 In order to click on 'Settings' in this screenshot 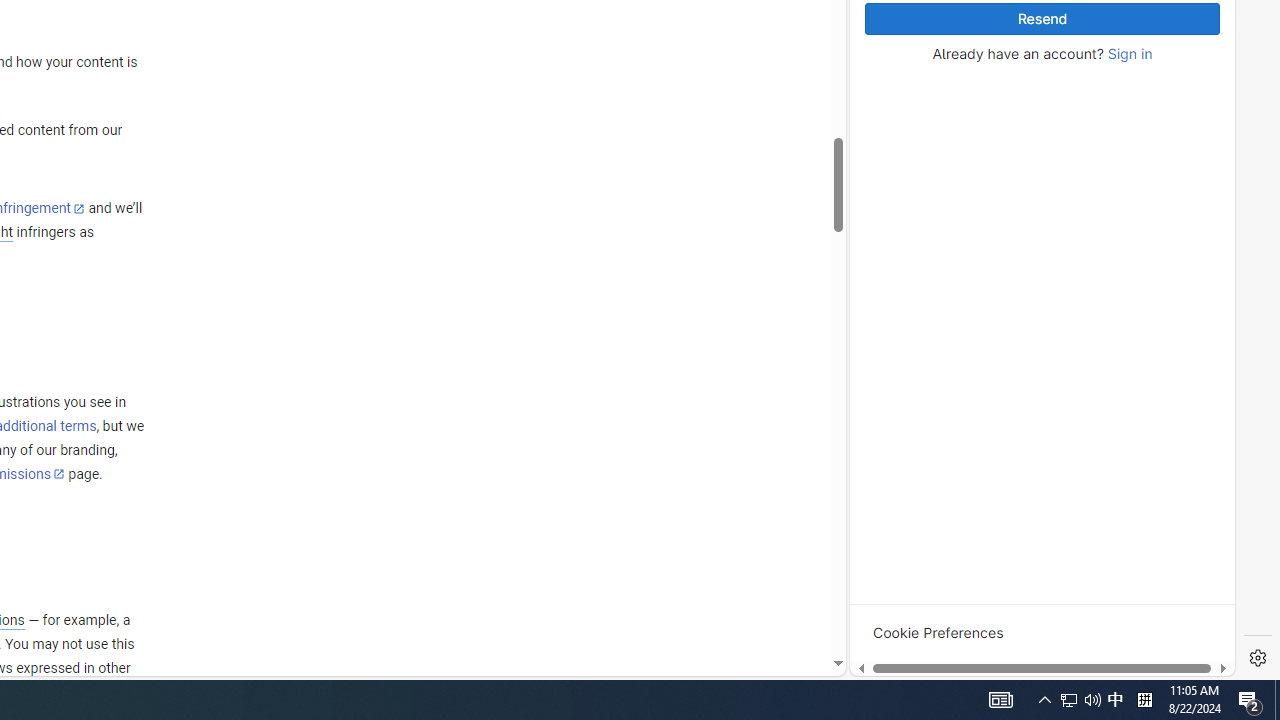, I will do `click(1257, 658)`.